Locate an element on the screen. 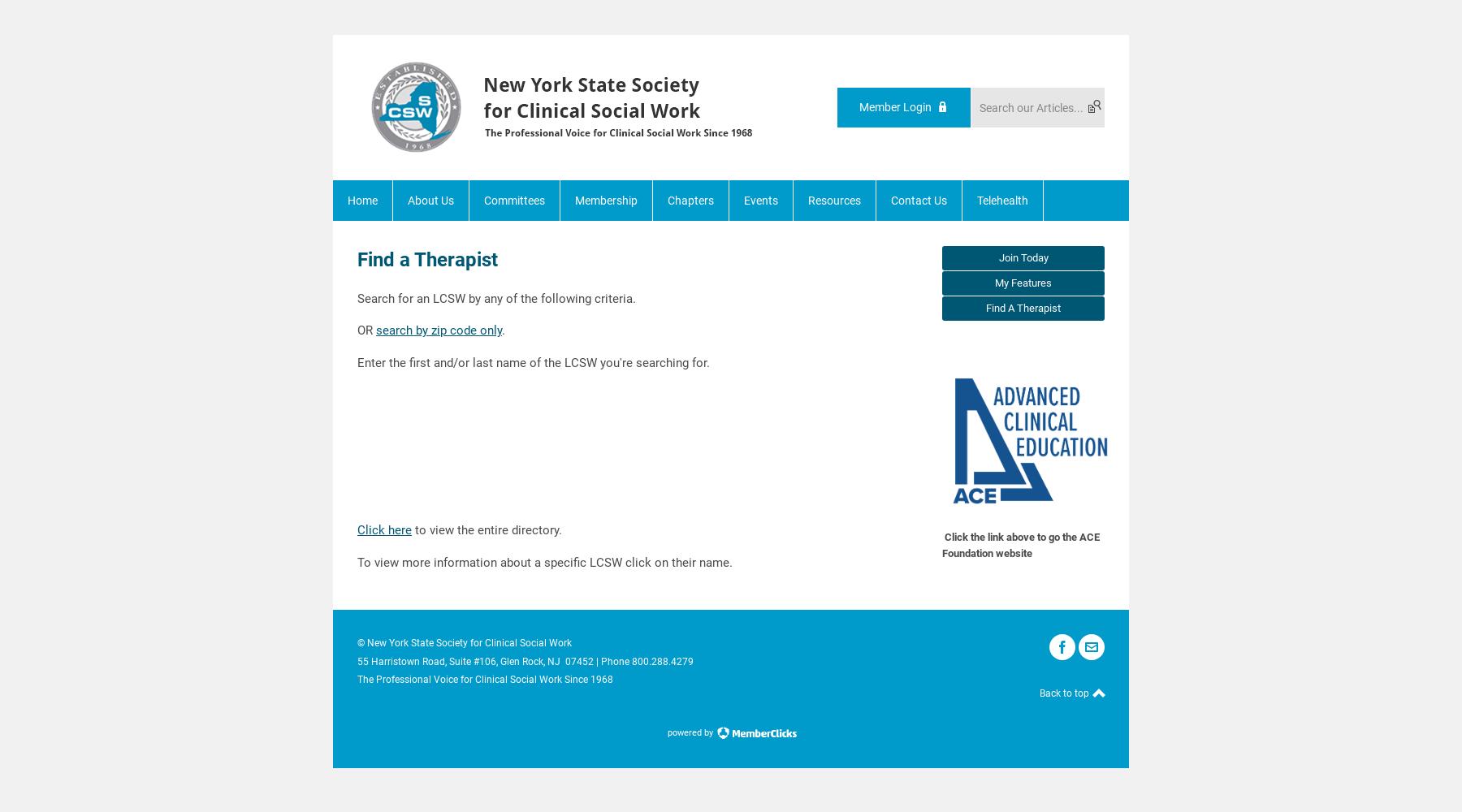 The image size is (1462, 812). 'Enter the first and/or last name of the LCSW you're searching for.' is located at coordinates (534, 361).